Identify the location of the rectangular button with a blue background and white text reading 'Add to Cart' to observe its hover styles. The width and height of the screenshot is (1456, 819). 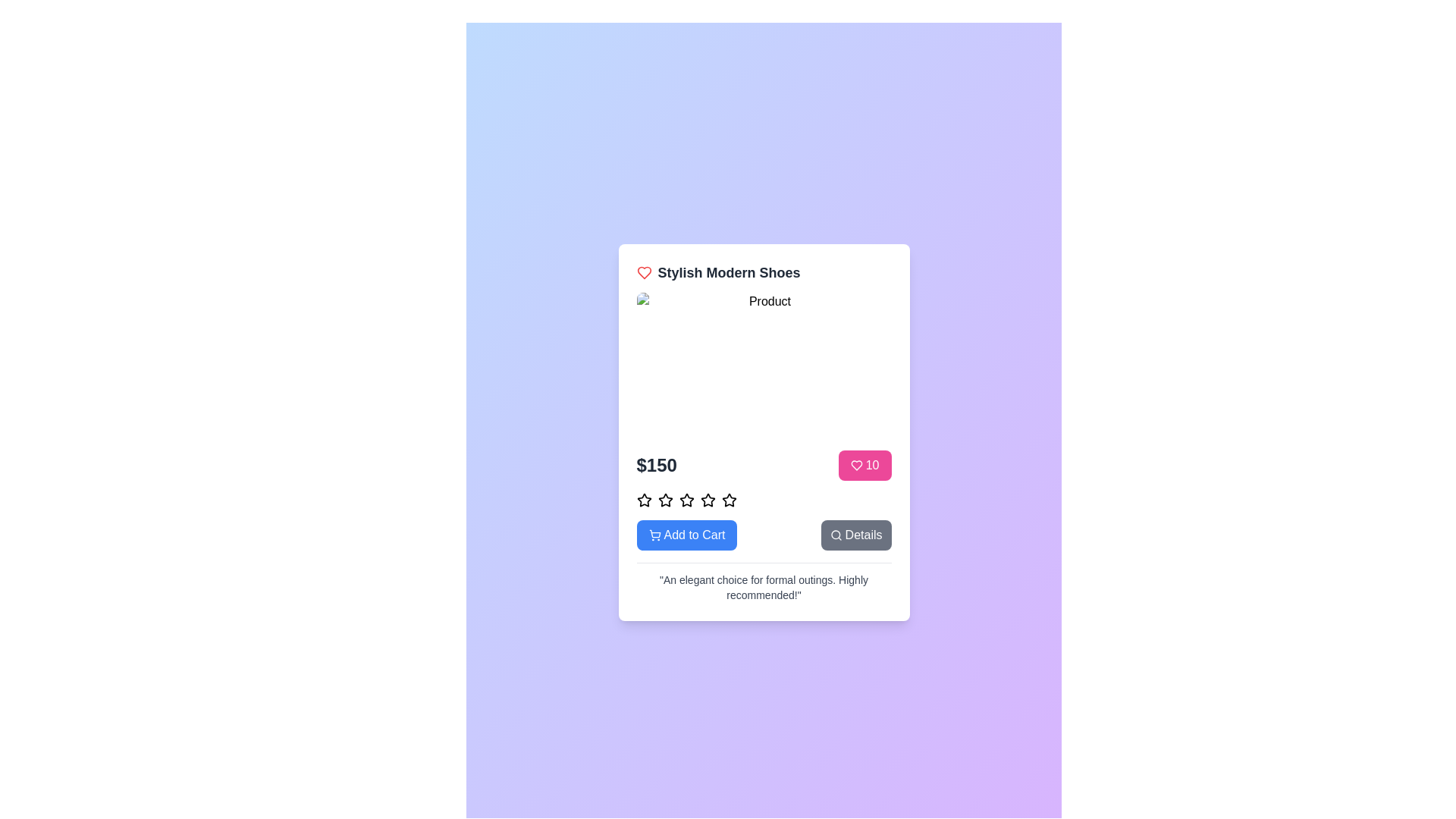
(686, 534).